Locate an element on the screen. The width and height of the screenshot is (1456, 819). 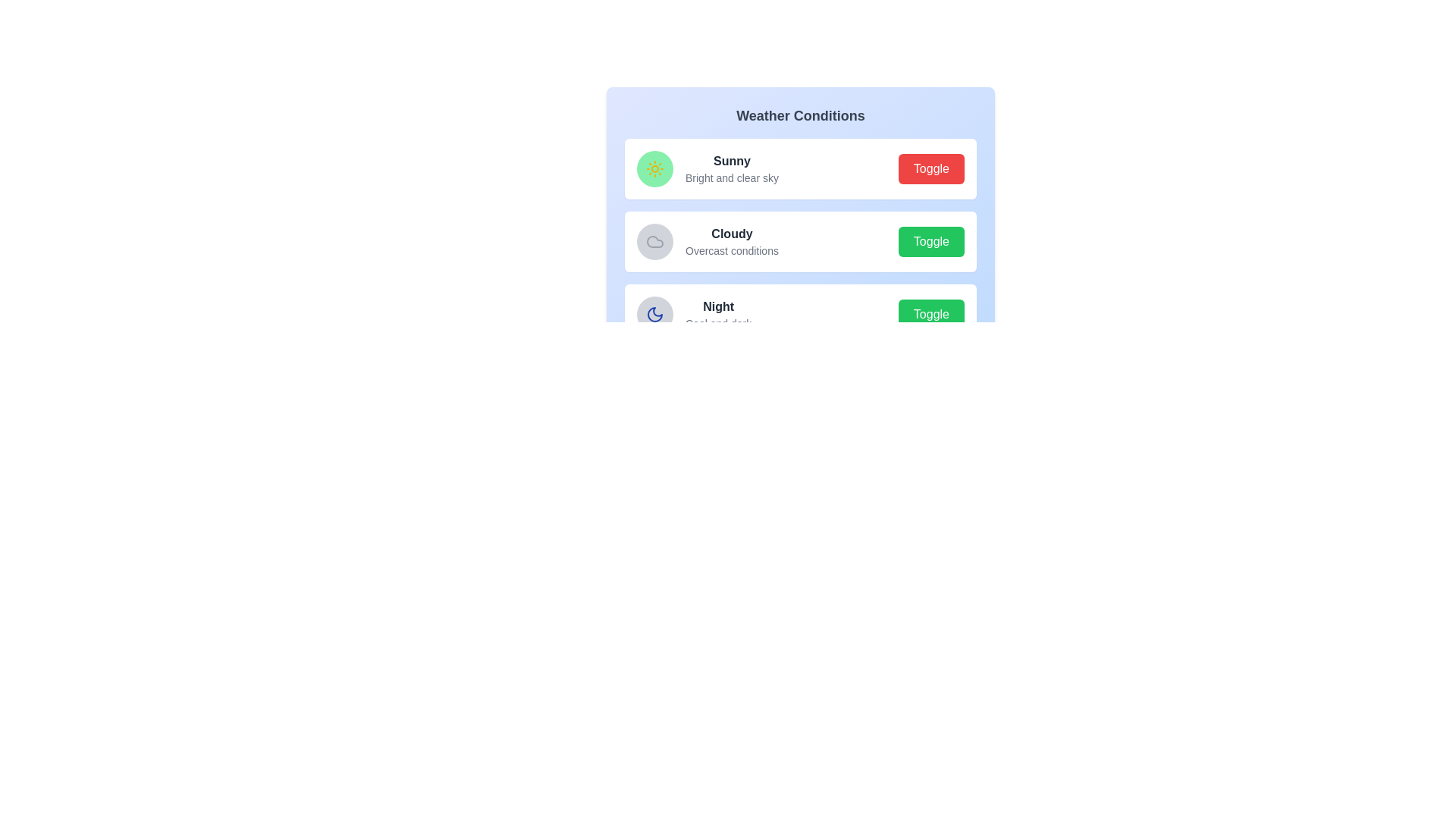
the icon representation of the weather state Sunny is located at coordinates (655, 169).